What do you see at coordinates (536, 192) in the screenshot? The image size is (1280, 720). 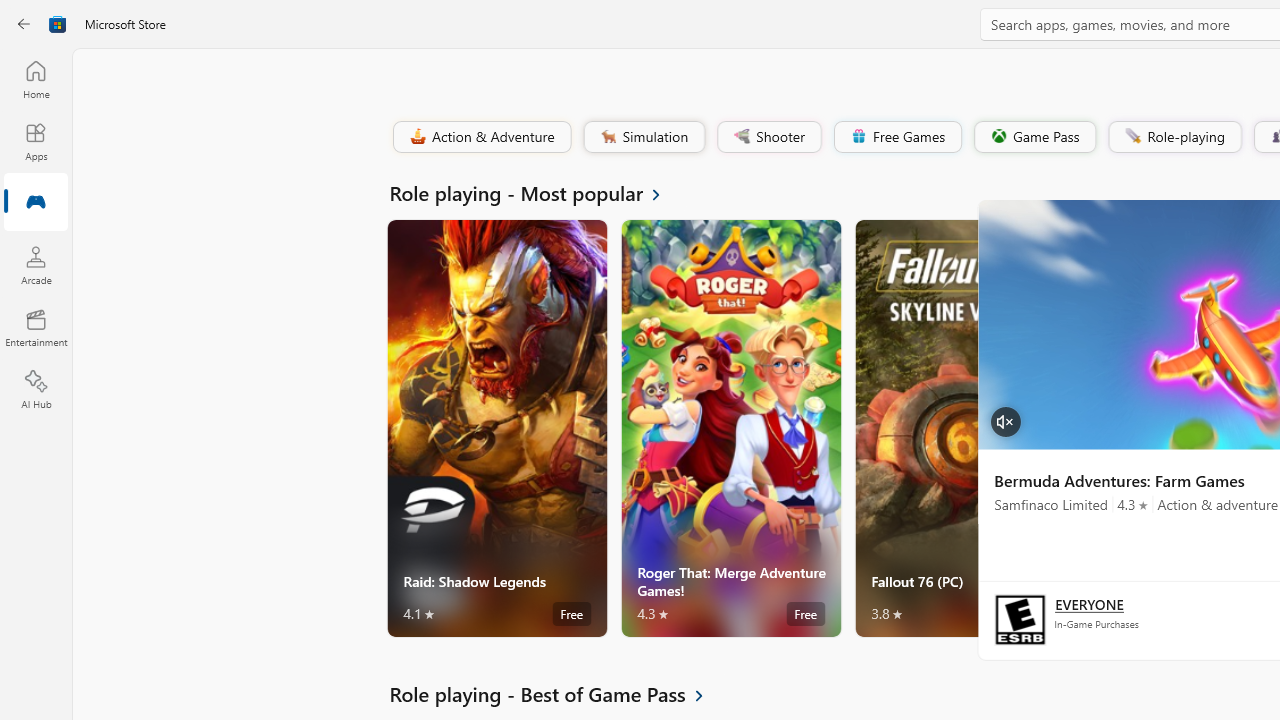 I see `'See all  Role playing - Most popular'` at bounding box center [536, 192].